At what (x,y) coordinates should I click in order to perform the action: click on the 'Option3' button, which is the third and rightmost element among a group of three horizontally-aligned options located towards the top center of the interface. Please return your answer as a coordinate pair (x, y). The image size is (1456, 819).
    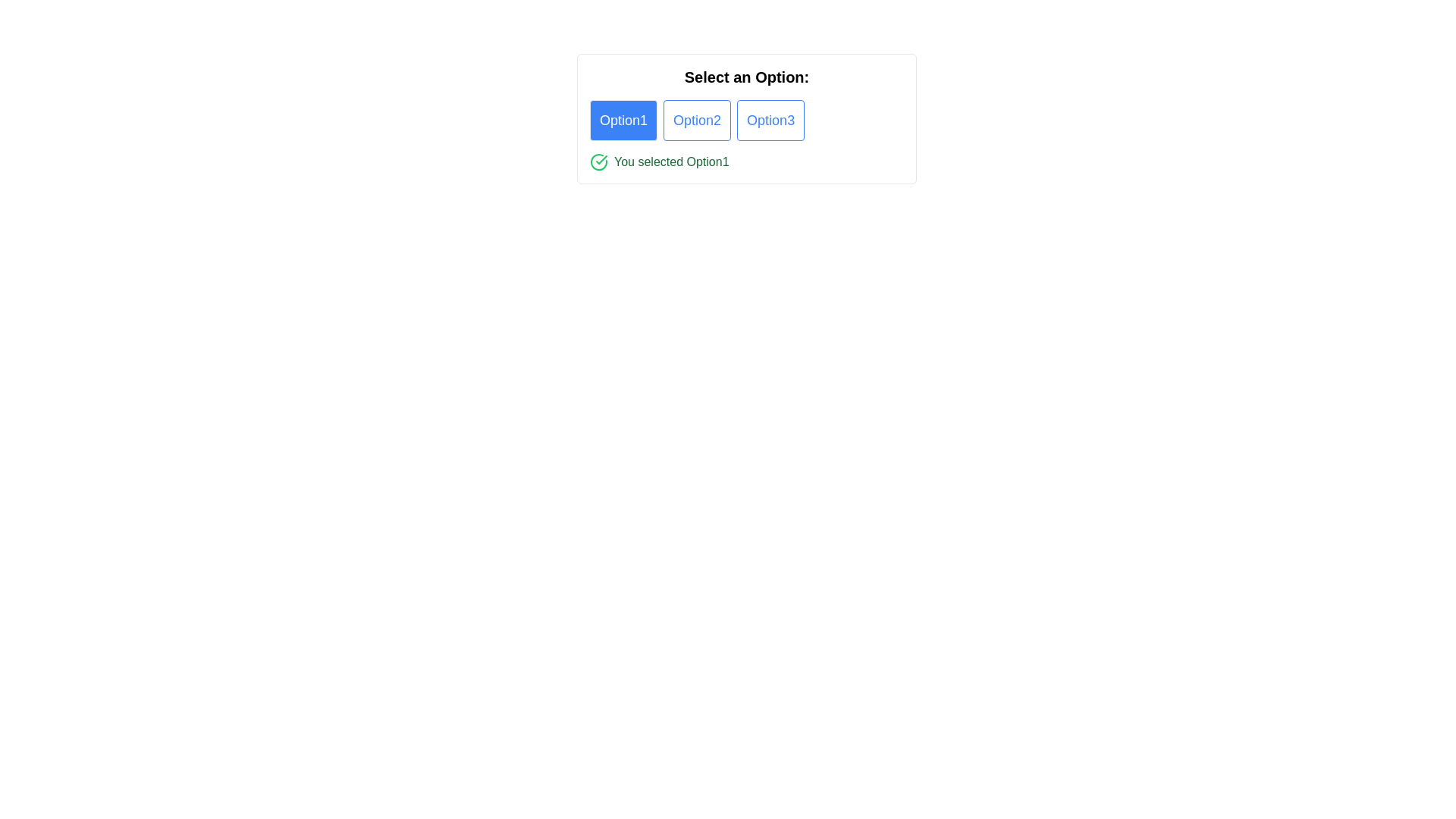
    Looking at the image, I should click on (770, 119).